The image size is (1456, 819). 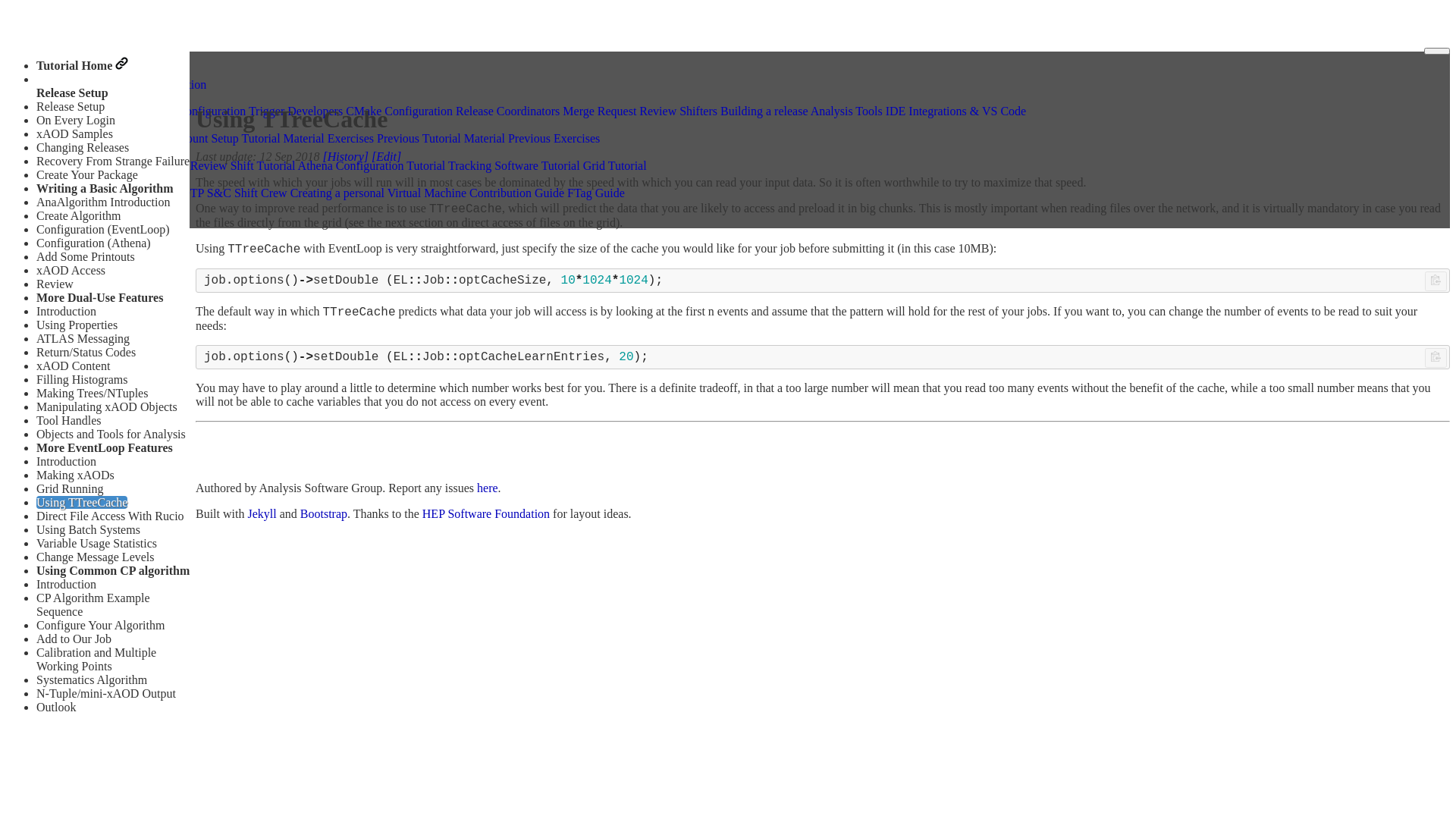 What do you see at coordinates (486, 513) in the screenshot?
I see `'HEP Software Foundation'` at bounding box center [486, 513].